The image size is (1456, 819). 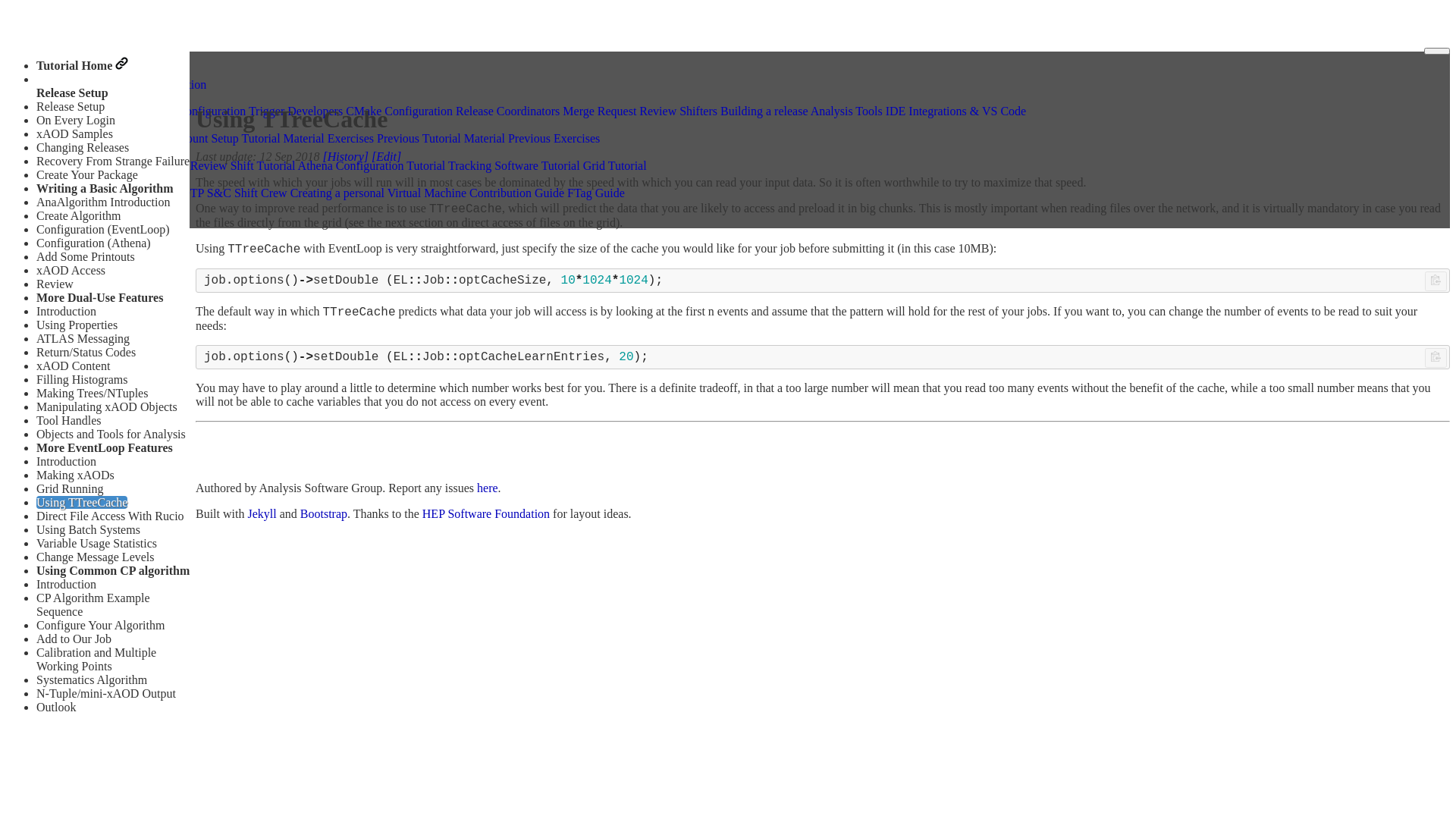 What do you see at coordinates (486, 513) in the screenshot?
I see `'HEP Software Foundation'` at bounding box center [486, 513].